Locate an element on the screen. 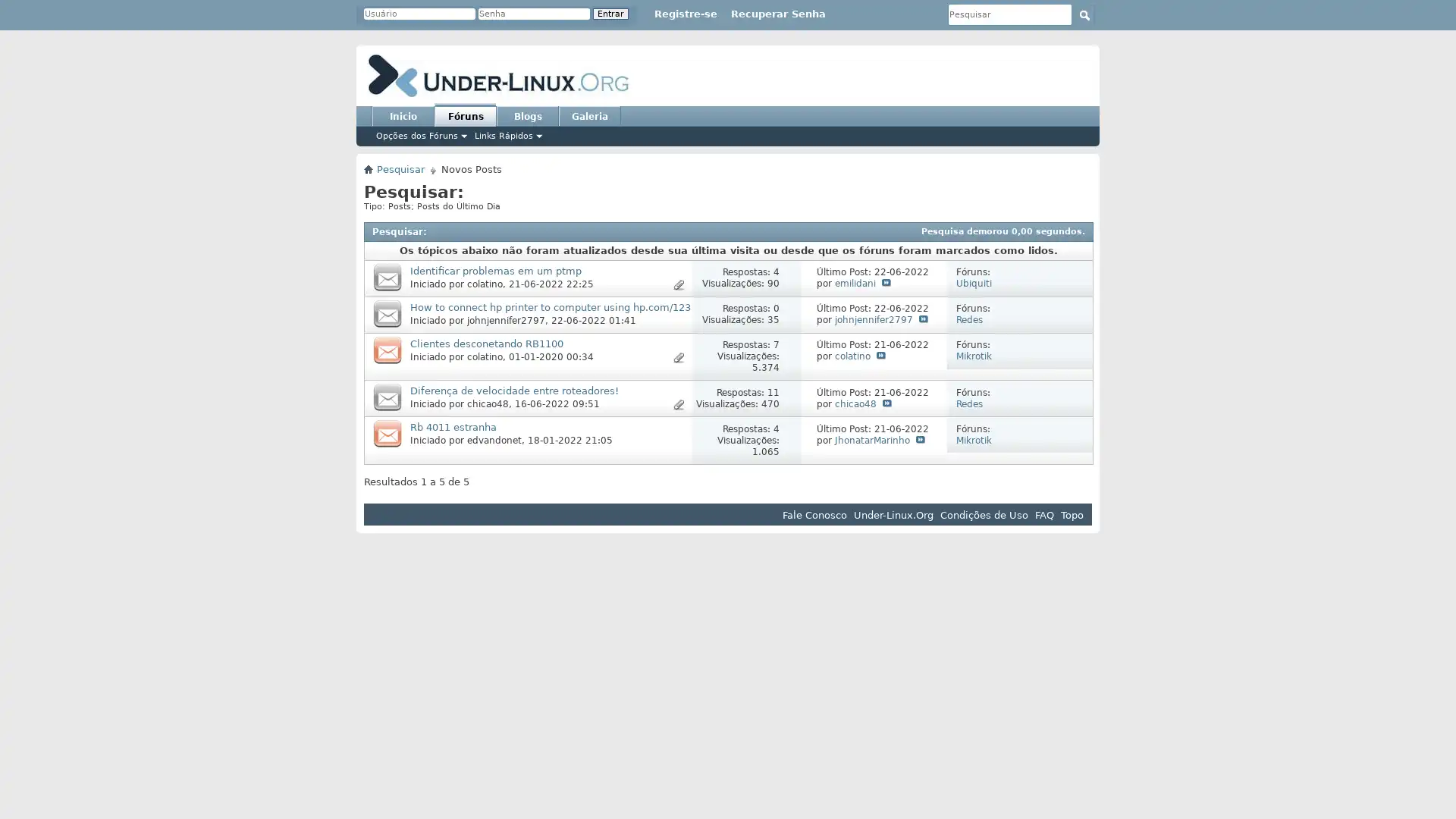  Submit is located at coordinates (1084, 14).